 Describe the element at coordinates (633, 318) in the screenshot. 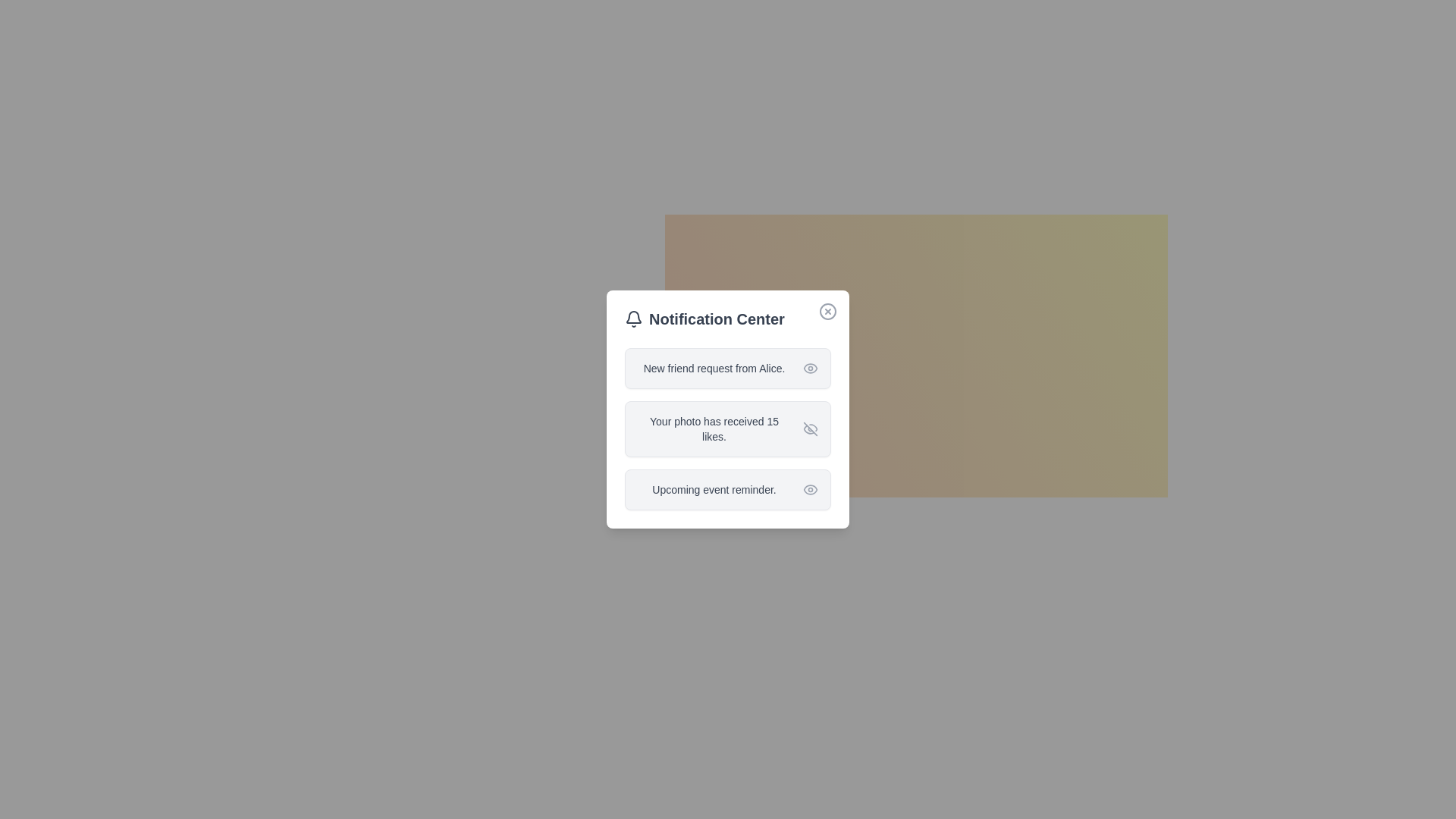

I see `the notification icon located to the left of the 'Notification Center' title in the header of the Notification Center feature` at that location.